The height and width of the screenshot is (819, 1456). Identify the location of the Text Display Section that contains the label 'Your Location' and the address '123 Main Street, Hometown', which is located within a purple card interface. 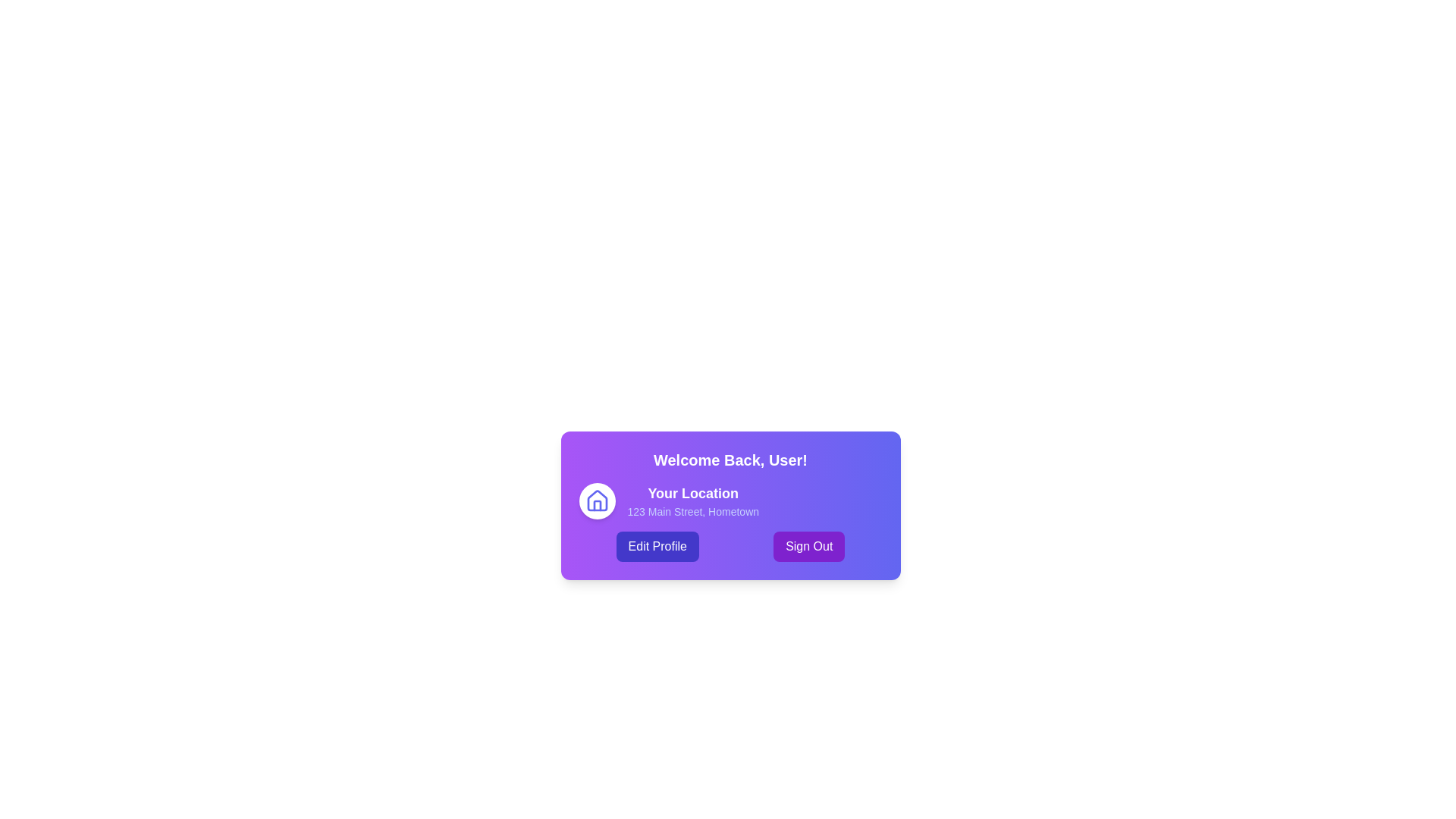
(692, 500).